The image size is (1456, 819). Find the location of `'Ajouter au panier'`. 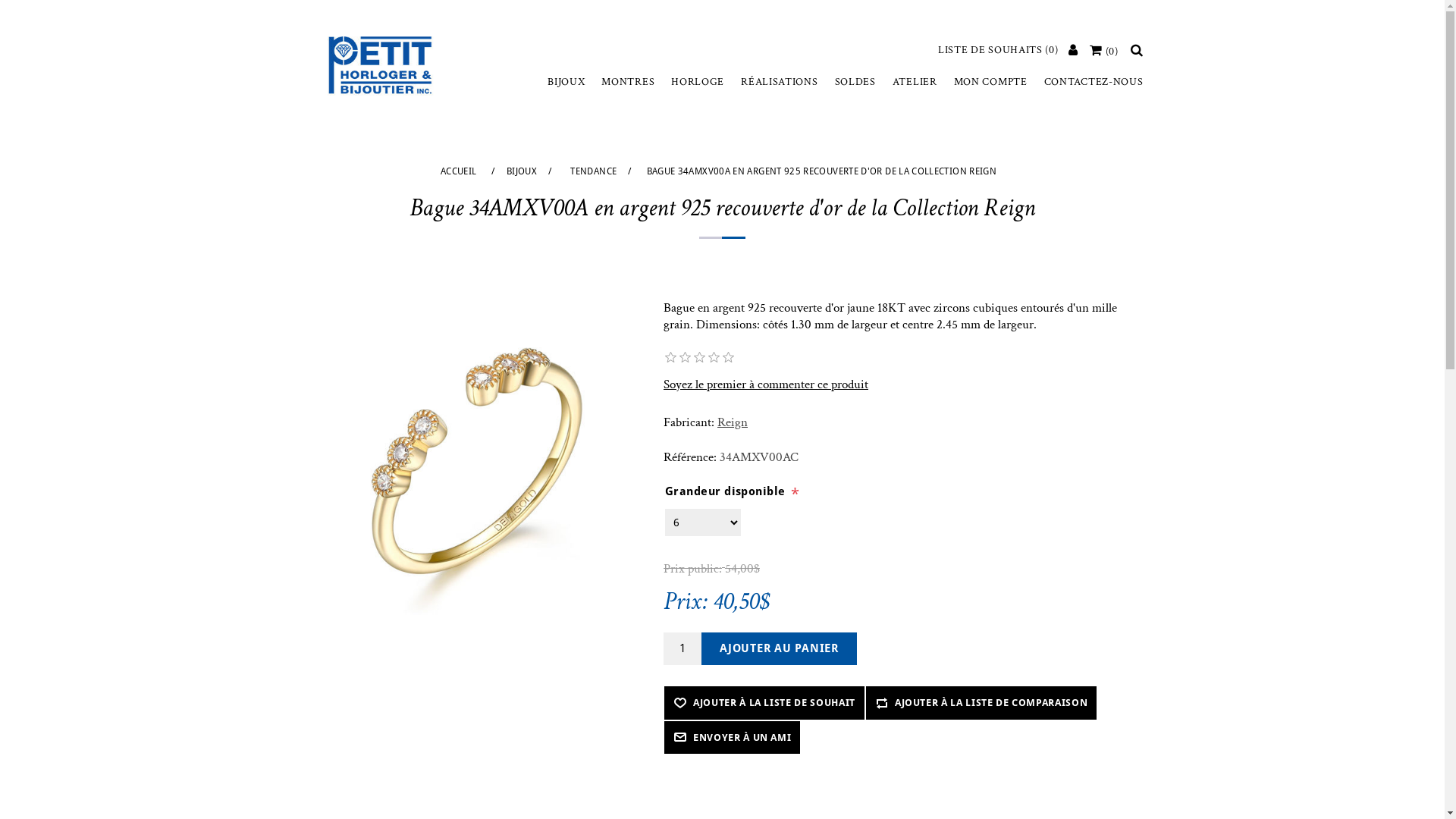

'Ajouter au panier' is located at coordinates (779, 648).